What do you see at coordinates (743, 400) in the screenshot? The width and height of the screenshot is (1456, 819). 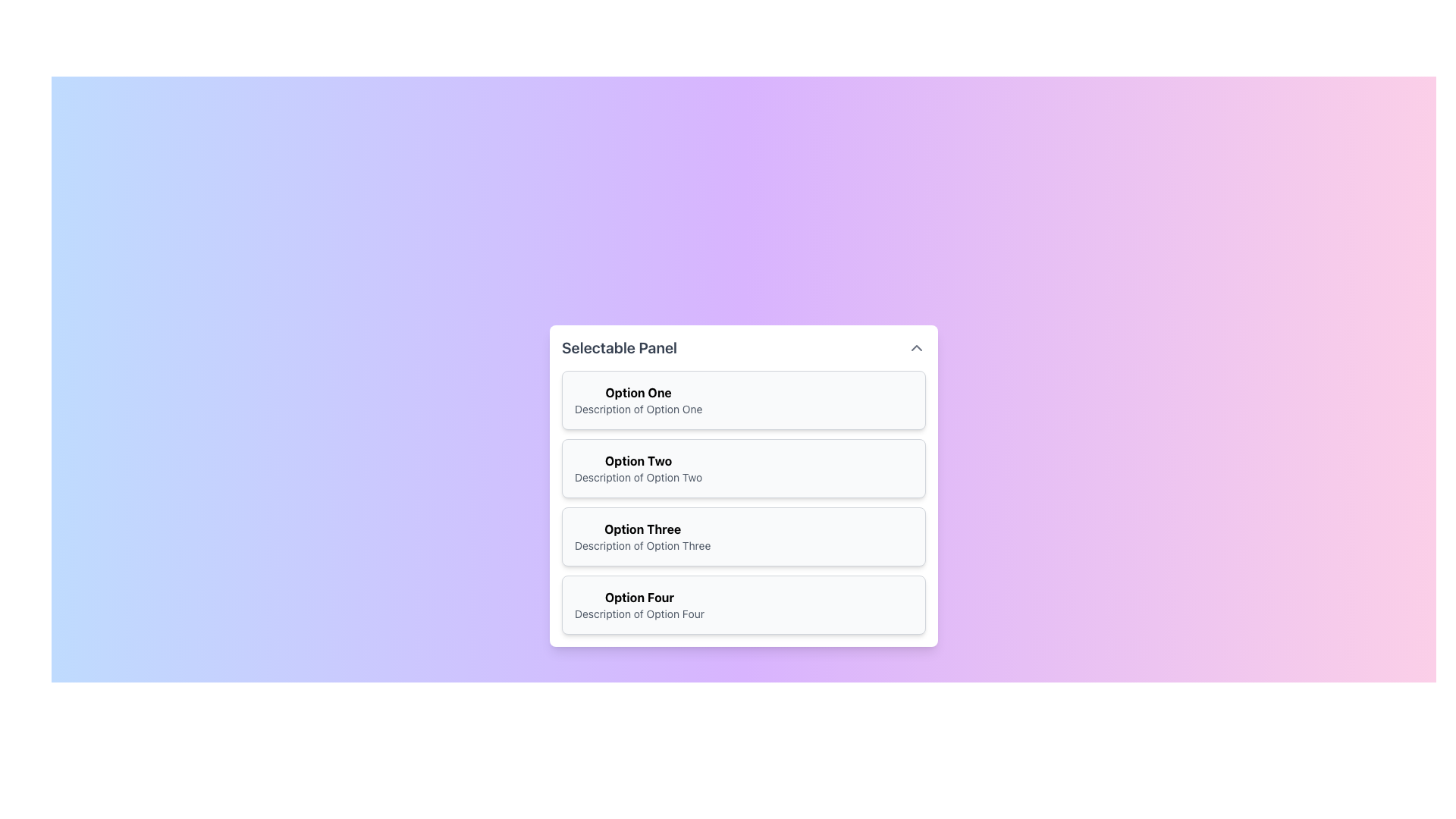 I see `the first selectable option button in the list` at bounding box center [743, 400].